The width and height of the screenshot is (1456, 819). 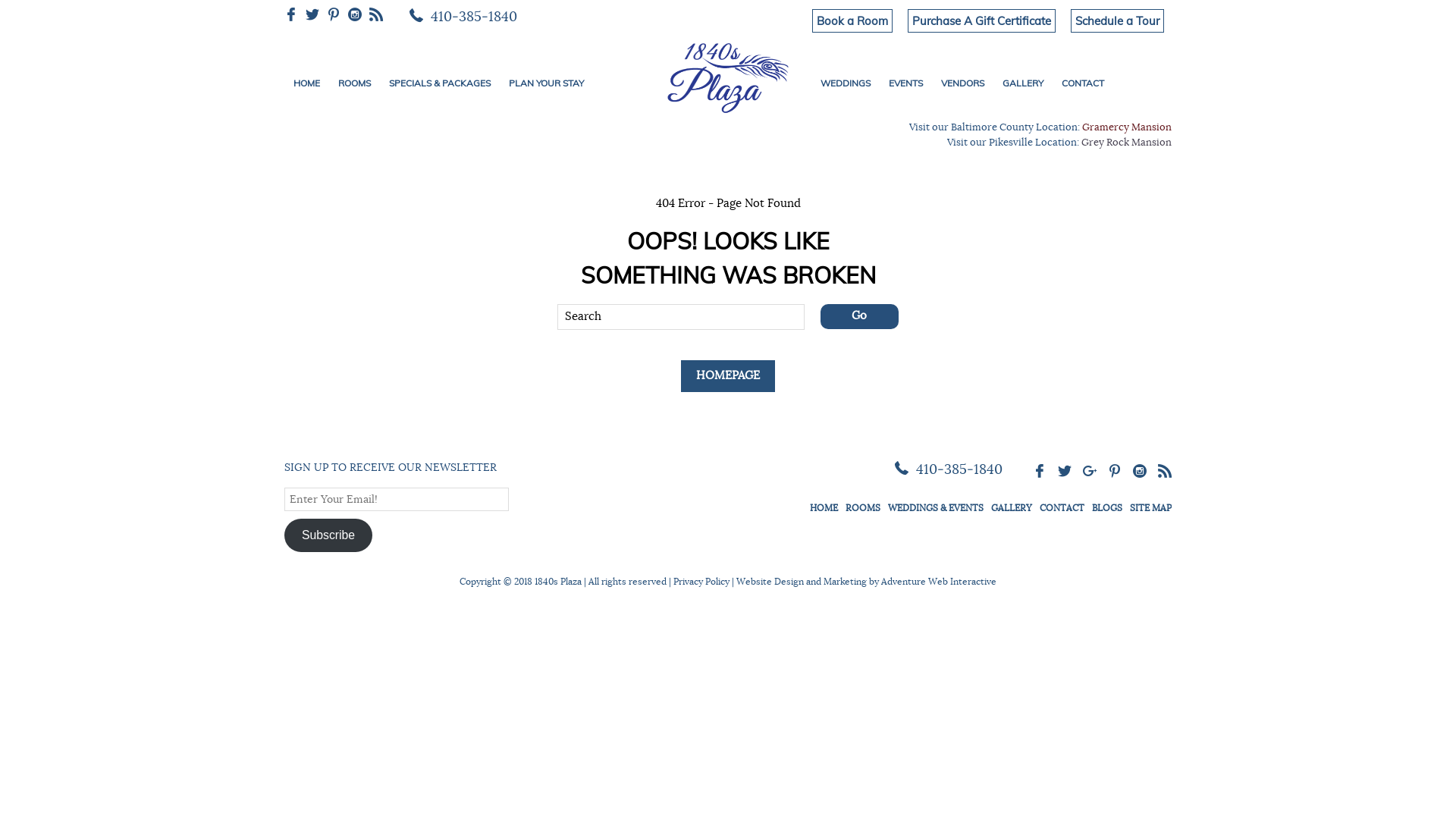 What do you see at coordinates (499, 83) in the screenshot?
I see `'PLAN YOUR STAY'` at bounding box center [499, 83].